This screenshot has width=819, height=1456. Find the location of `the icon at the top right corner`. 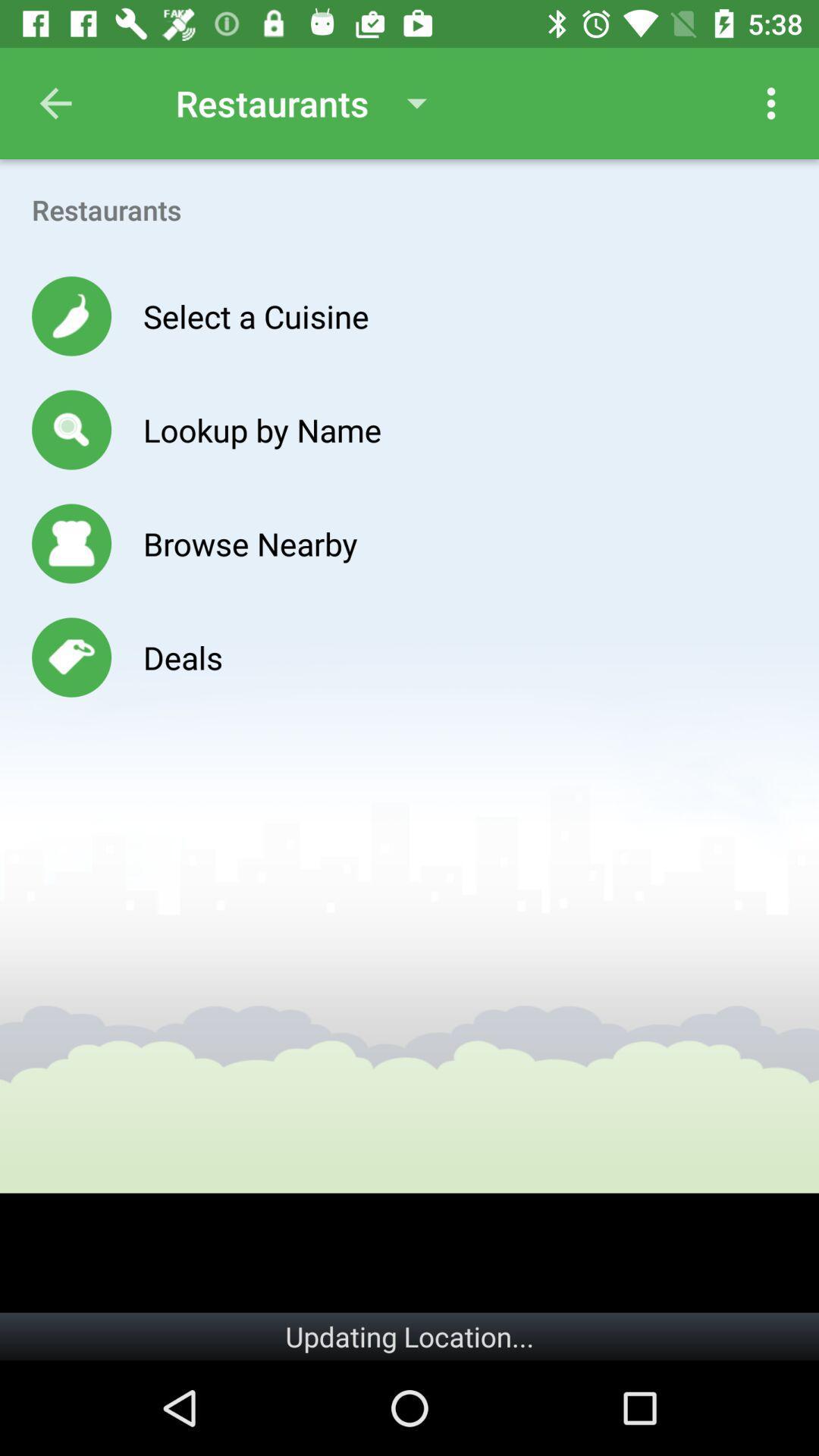

the icon at the top right corner is located at coordinates (771, 102).